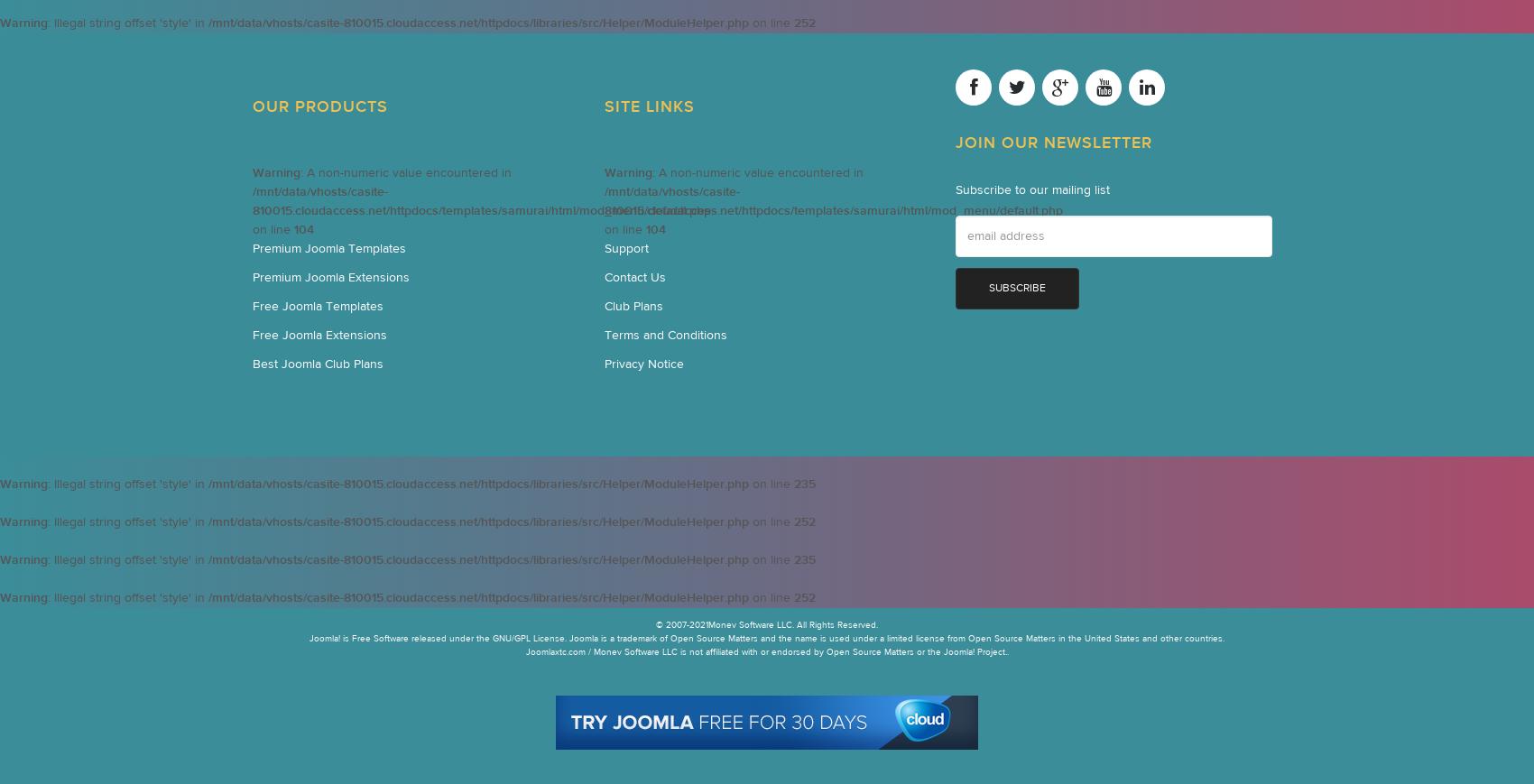  What do you see at coordinates (767, 625) in the screenshot?
I see `'© 2007-2021Monev Software LLC. All Rights Reserved.'` at bounding box center [767, 625].